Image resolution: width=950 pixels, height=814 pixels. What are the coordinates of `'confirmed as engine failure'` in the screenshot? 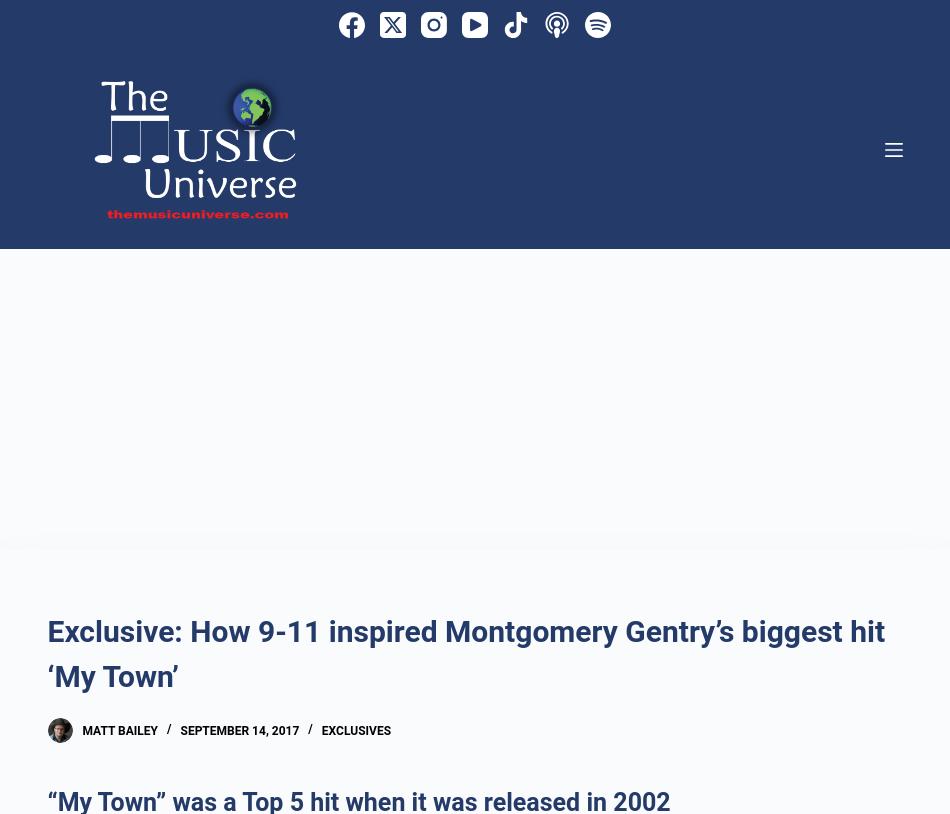 It's located at (617, 147).